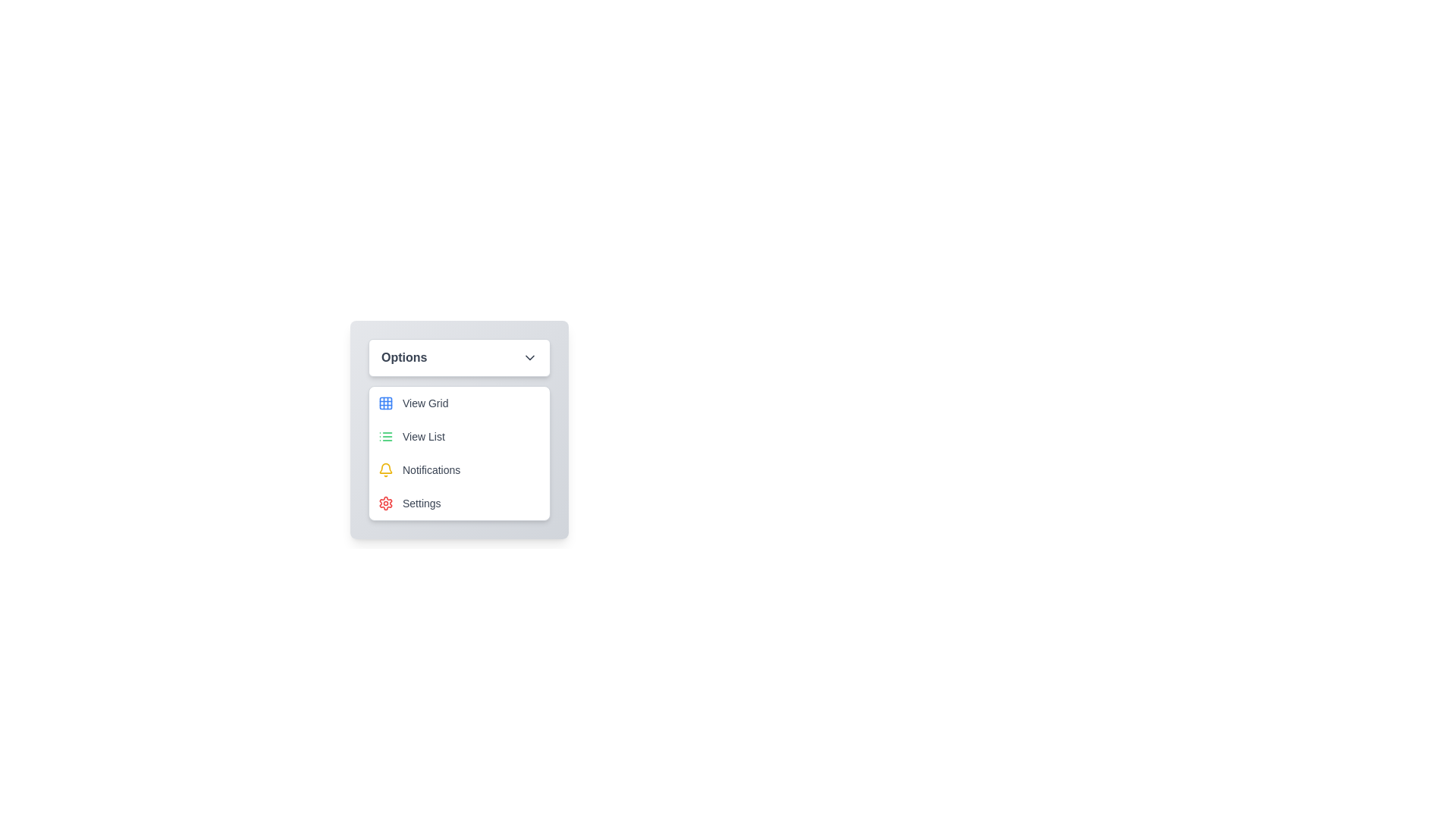 The image size is (1456, 819). Describe the element at coordinates (385, 403) in the screenshot. I see `the grid icon, which is the leftmost item` at that location.